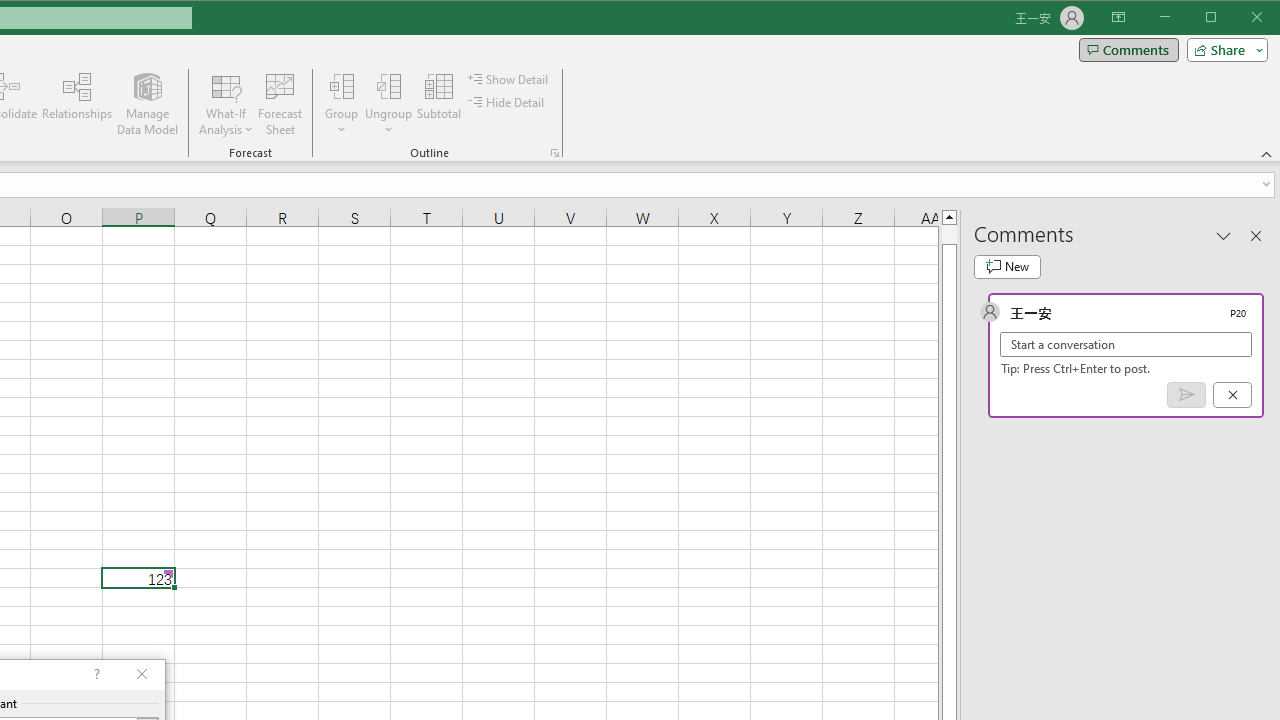 The image size is (1280, 720). I want to click on 'Hide Detail', so click(506, 102).